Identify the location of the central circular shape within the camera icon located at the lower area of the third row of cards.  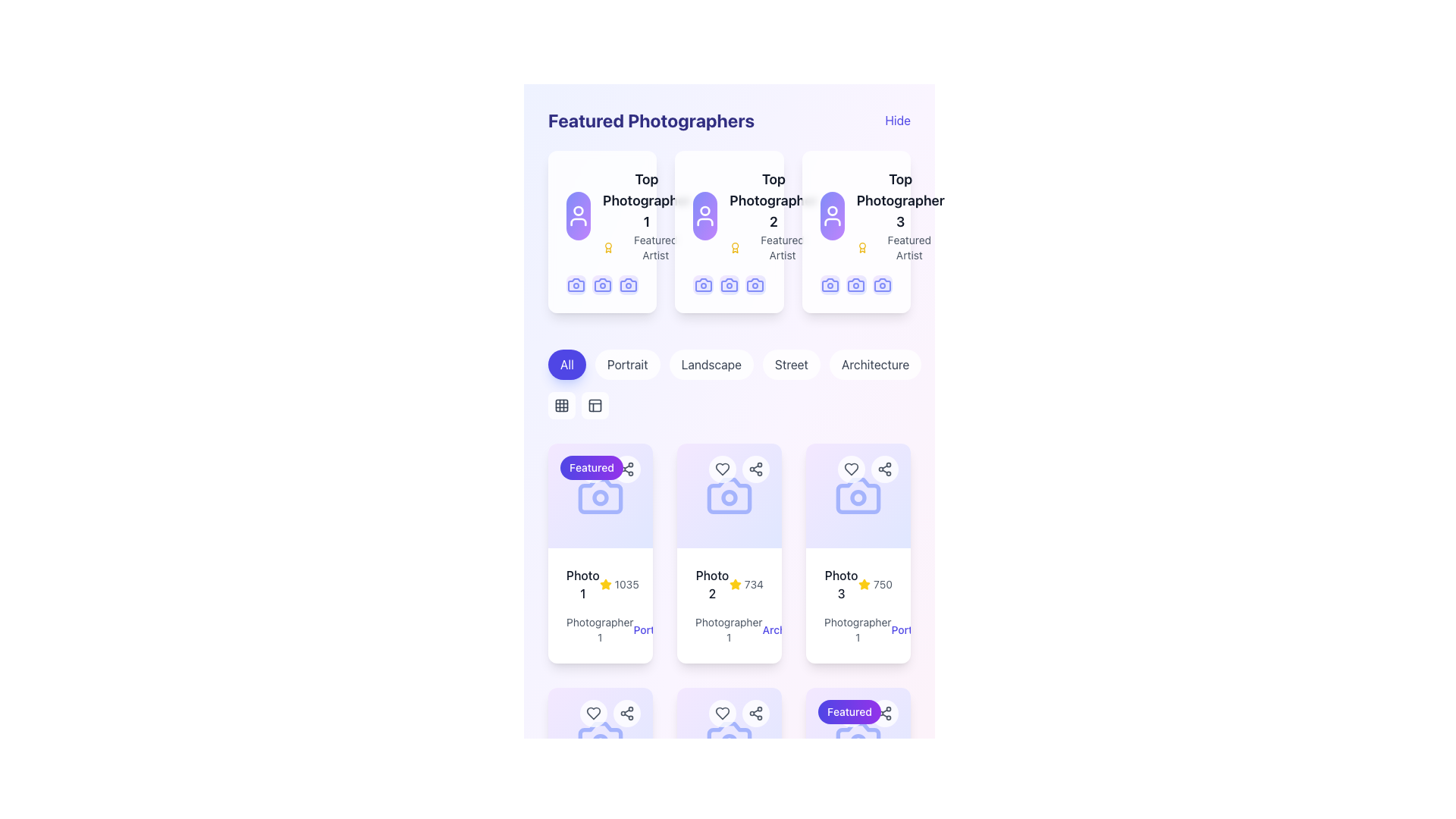
(729, 742).